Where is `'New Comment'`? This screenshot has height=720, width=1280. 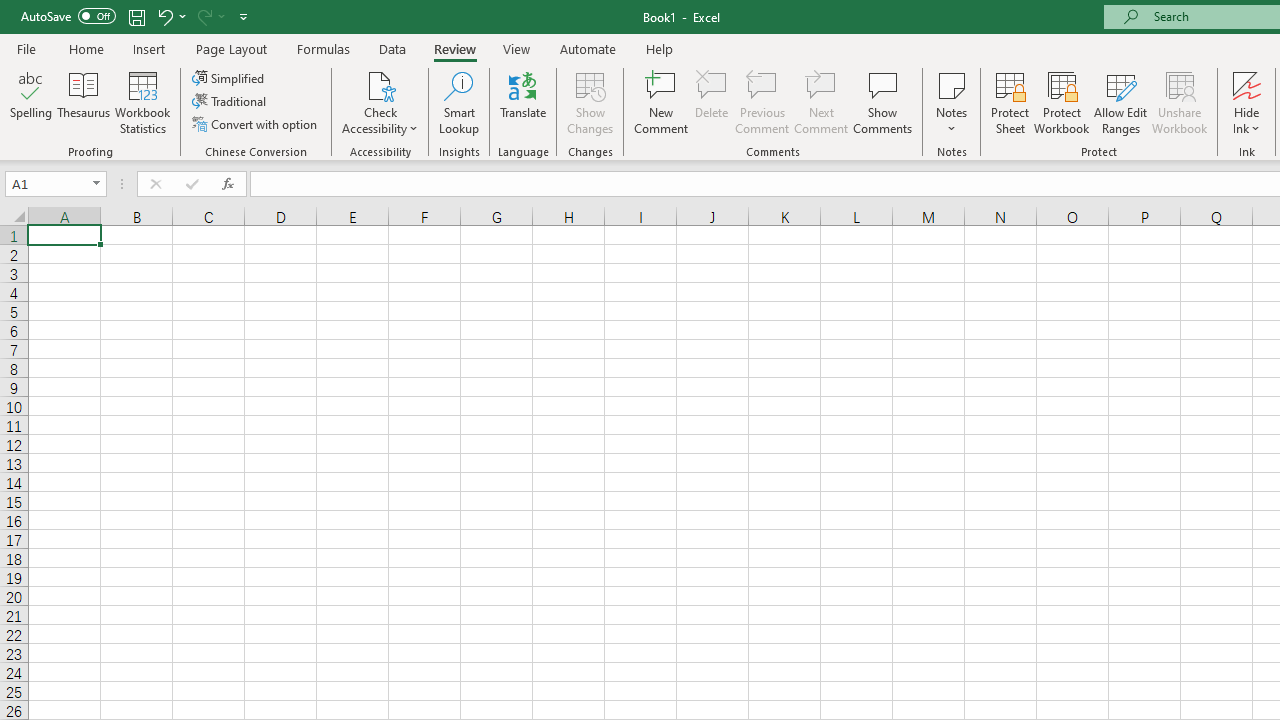 'New Comment' is located at coordinates (661, 103).